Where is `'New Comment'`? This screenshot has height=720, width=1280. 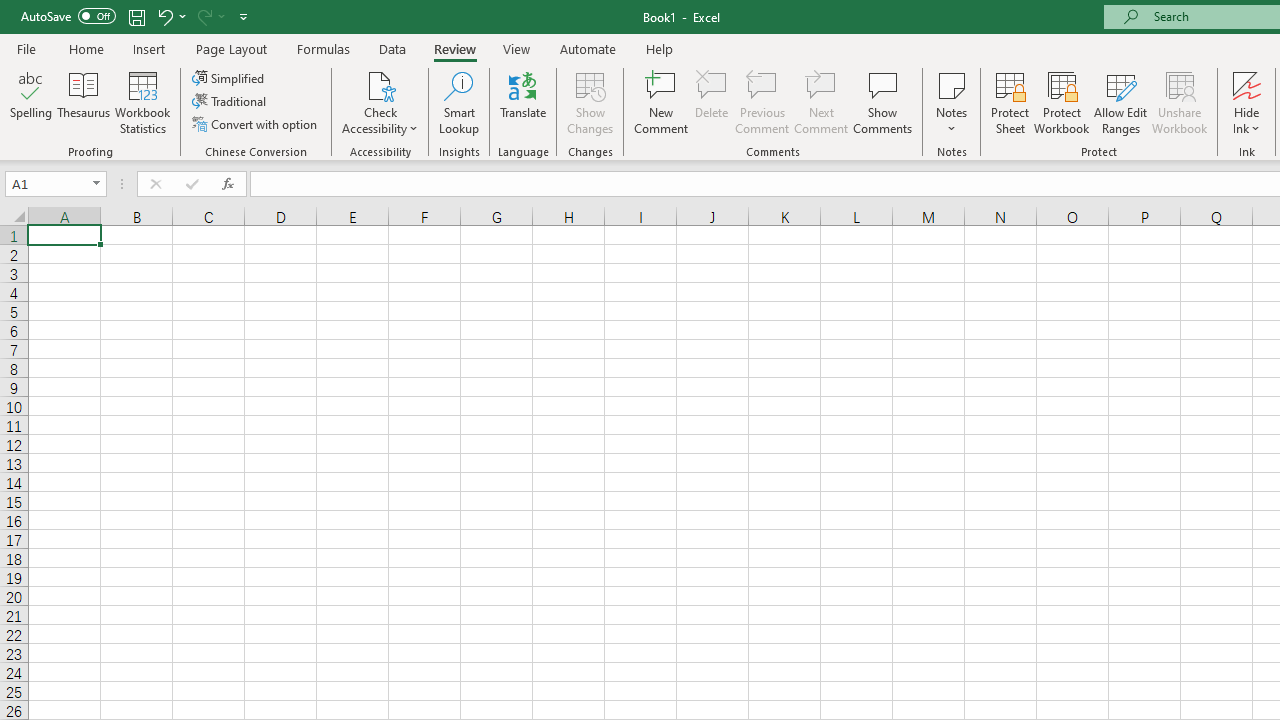 'New Comment' is located at coordinates (661, 103).